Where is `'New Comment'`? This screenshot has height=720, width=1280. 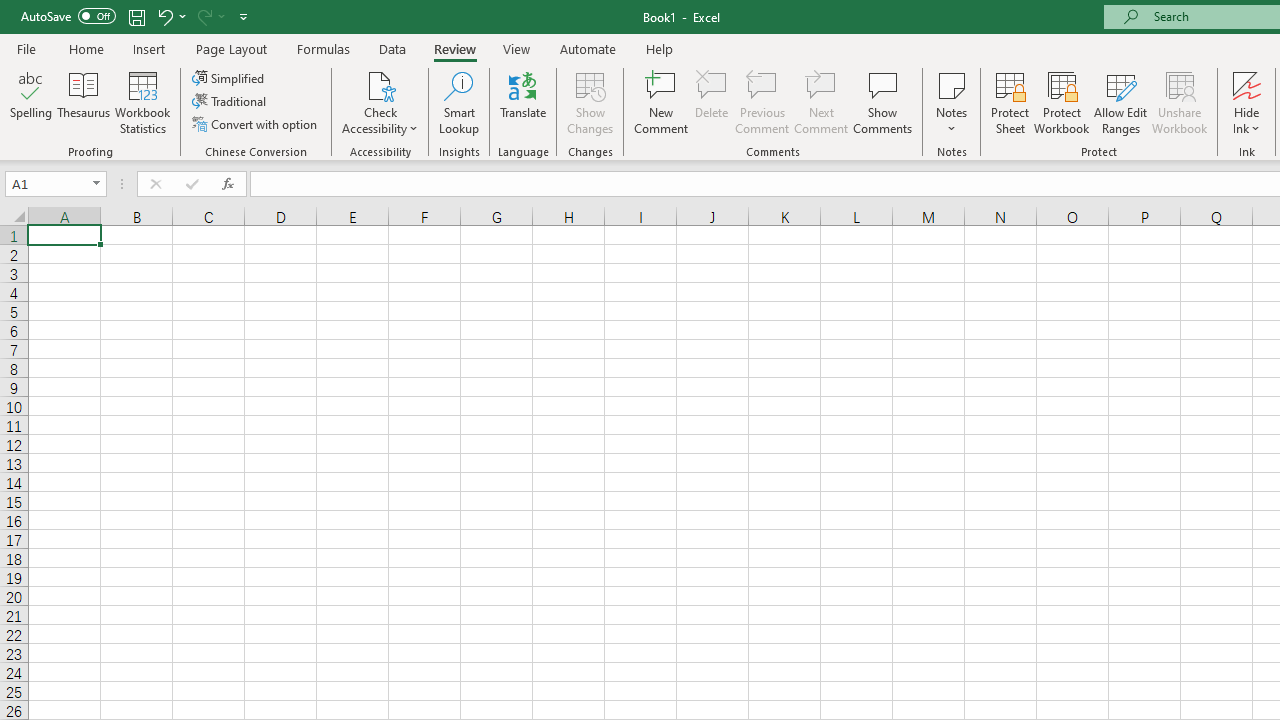 'New Comment' is located at coordinates (661, 103).